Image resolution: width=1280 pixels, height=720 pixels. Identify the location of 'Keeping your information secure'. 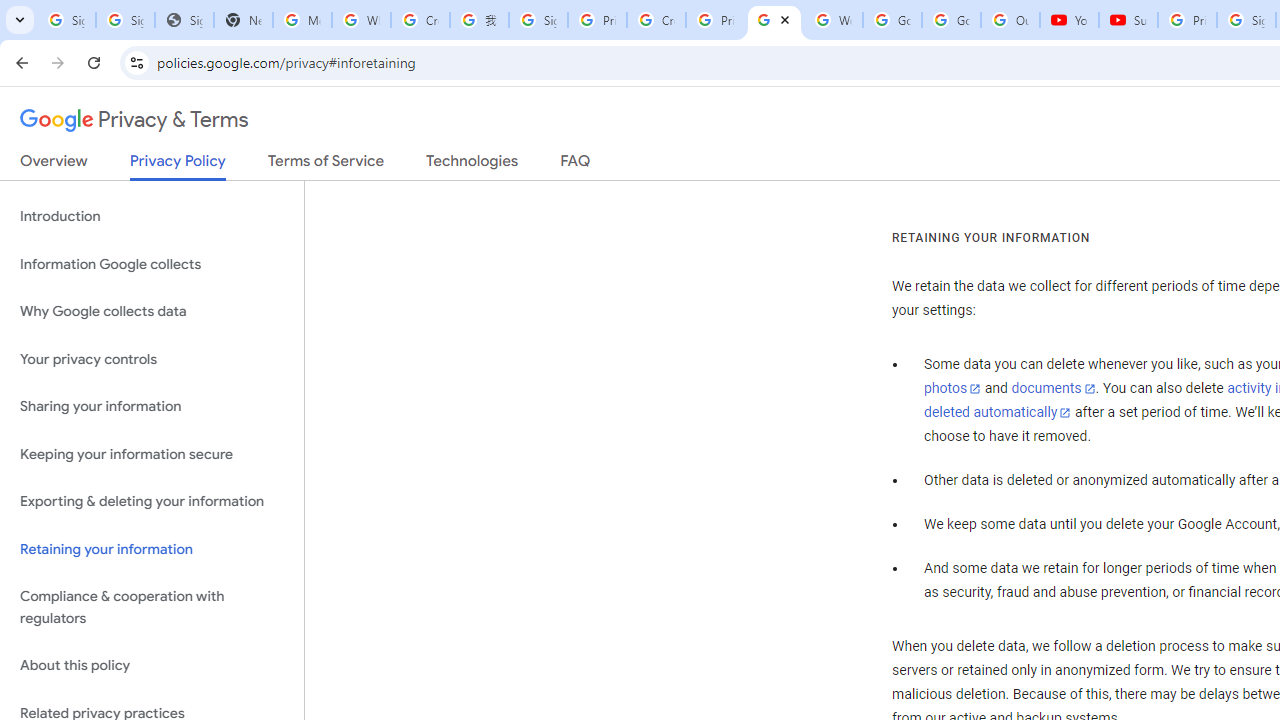
(151, 454).